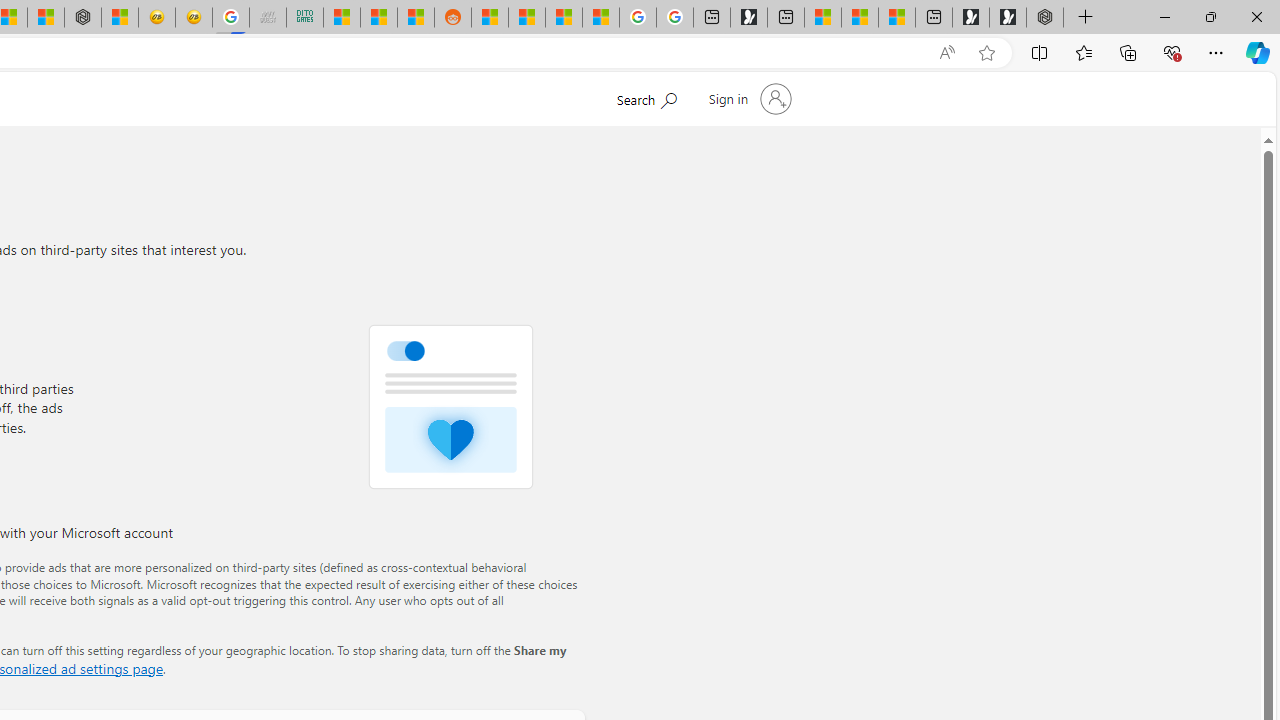 The image size is (1280, 720). Describe the element at coordinates (82, 17) in the screenshot. I see `'Nordace - #1 Japanese Best-Seller - Siena Smart Backpack'` at that location.